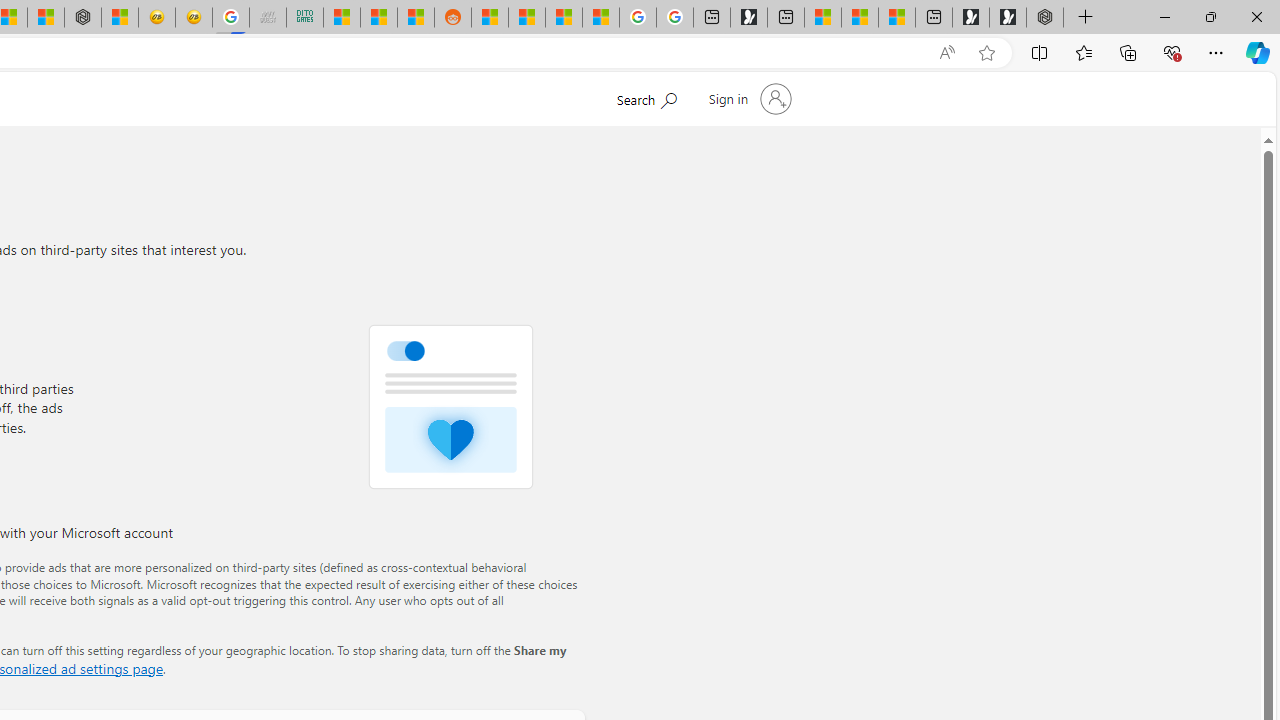 The image size is (1280, 720). Describe the element at coordinates (82, 17) in the screenshot. I see `'Nordace - #1 Japanese Best-Seller - Siena Smart Backpack'` at that location.